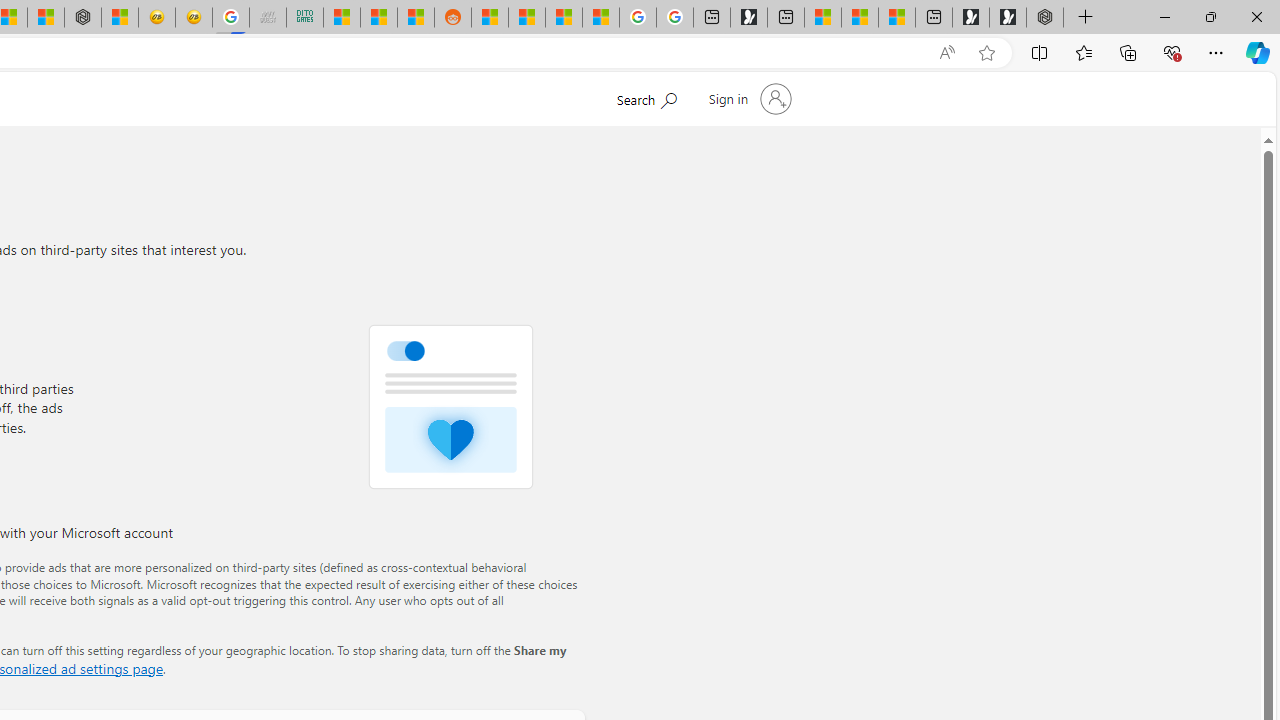 The image size is (1280, 720). Describe the element at coordinates (82, 17) in the screenshot. I see `'Nordace - #1 Japanese Best-Seller - Siena Smart Backpack'` at that location.